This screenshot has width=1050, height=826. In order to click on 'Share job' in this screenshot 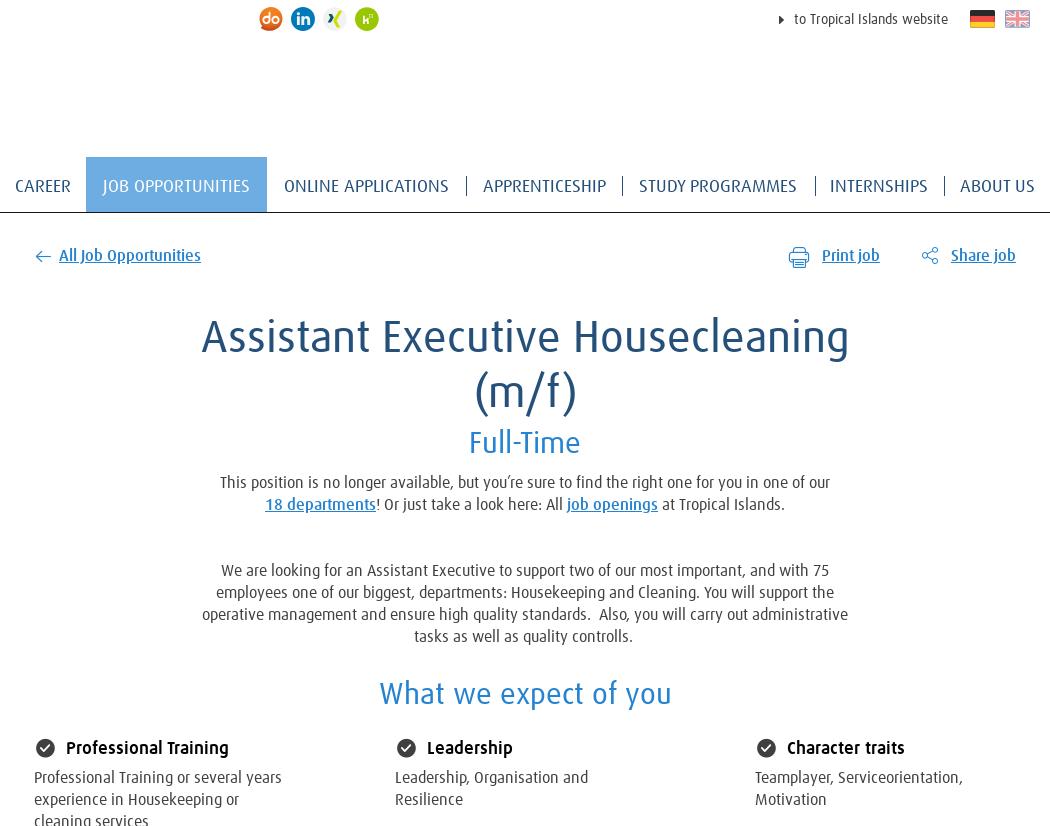, I will do `click(983, 255)`.